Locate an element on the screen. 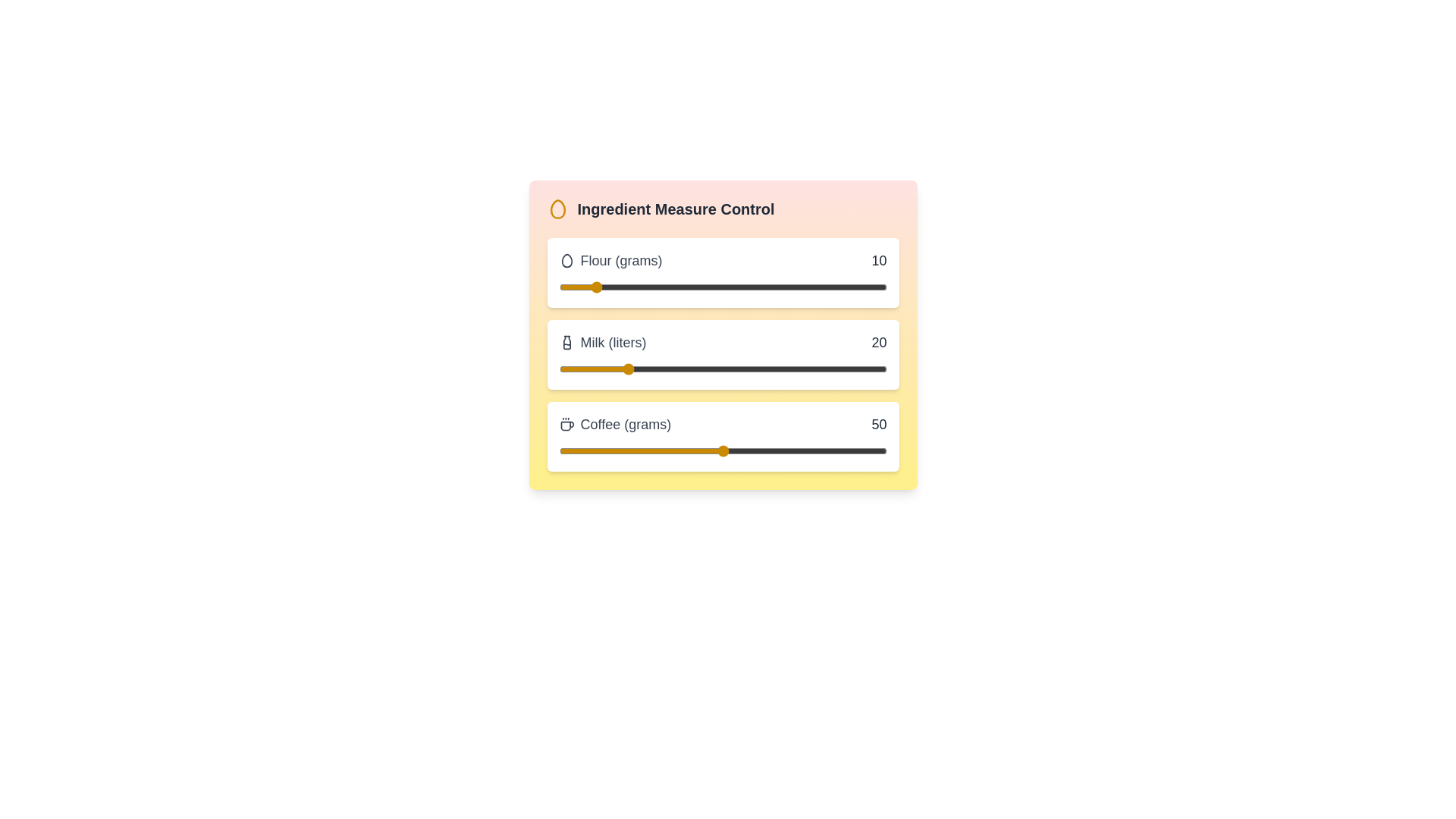 This screenshot has height=819, width=1456. ingredient measurement is located at coordinates (664, 287).